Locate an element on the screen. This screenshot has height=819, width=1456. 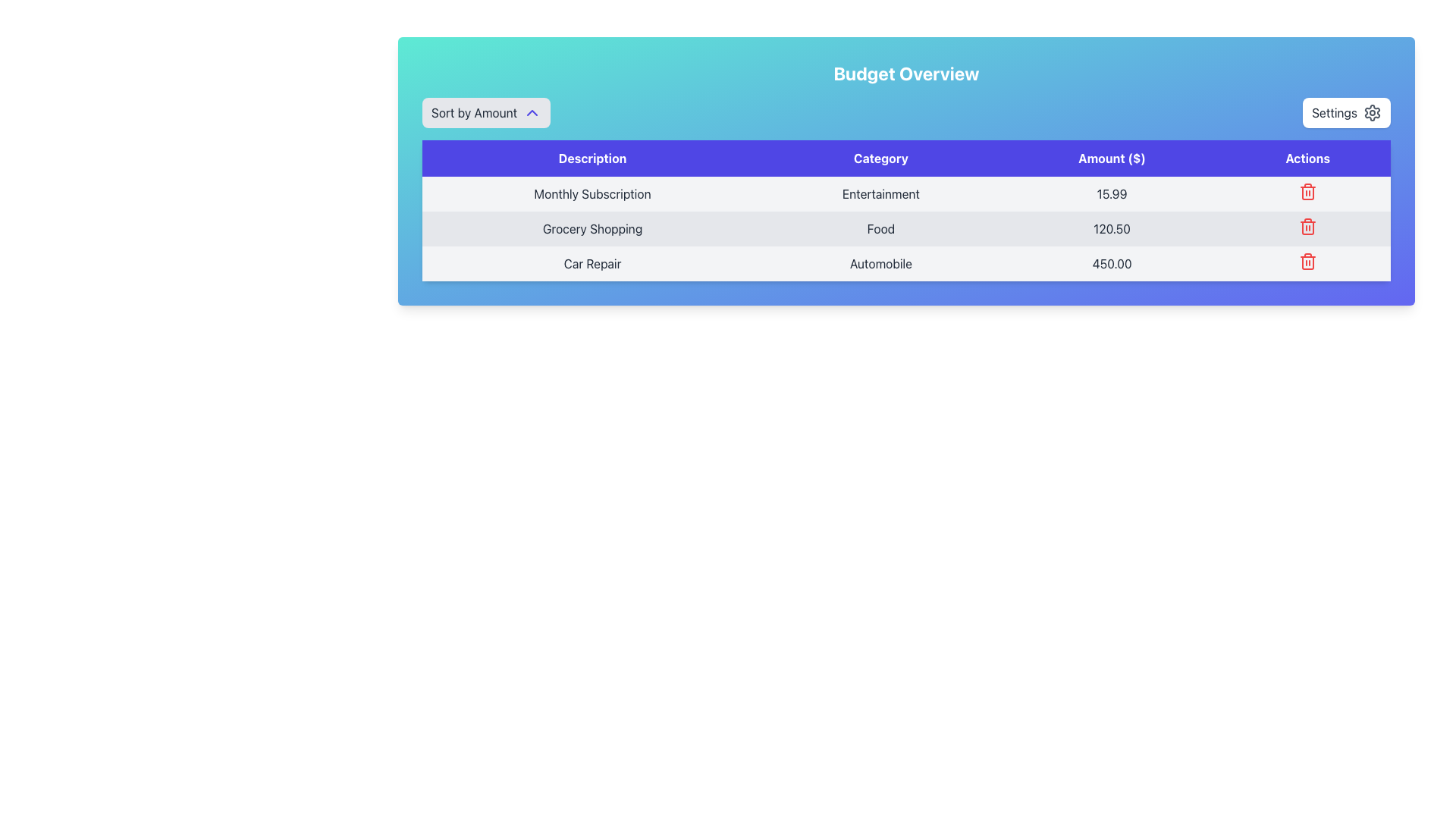
the text label displaying 'Monthly Subscription' located in the 'Description' column of the data table is located at coordinates (591, 193).